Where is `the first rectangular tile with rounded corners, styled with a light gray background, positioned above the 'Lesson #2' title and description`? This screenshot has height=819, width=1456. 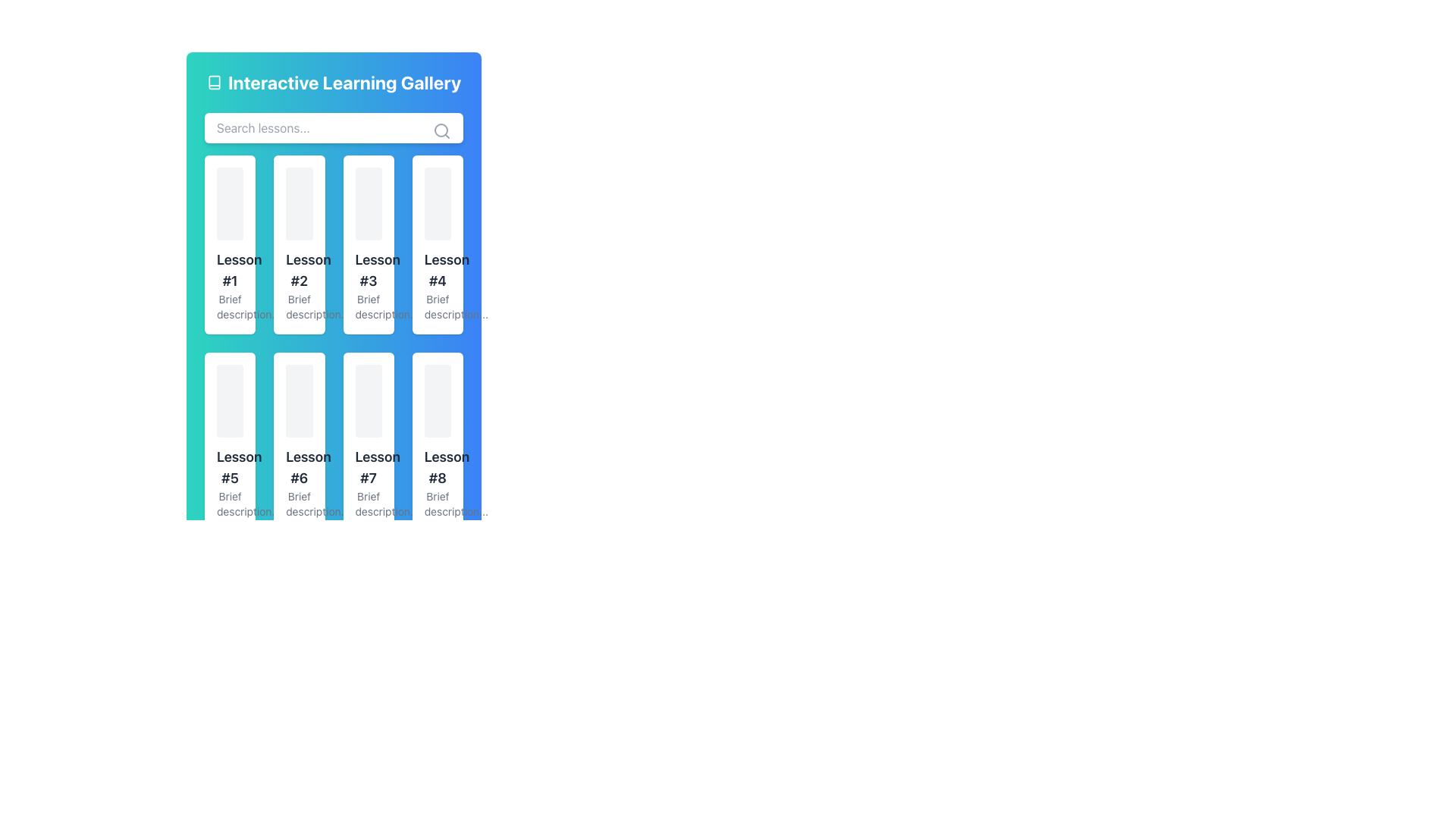
the first rectangular tile with rounded corners, styled with a light gray background, positioned above the 'Lesson #2' title and description is located at coordinates (299, 203).